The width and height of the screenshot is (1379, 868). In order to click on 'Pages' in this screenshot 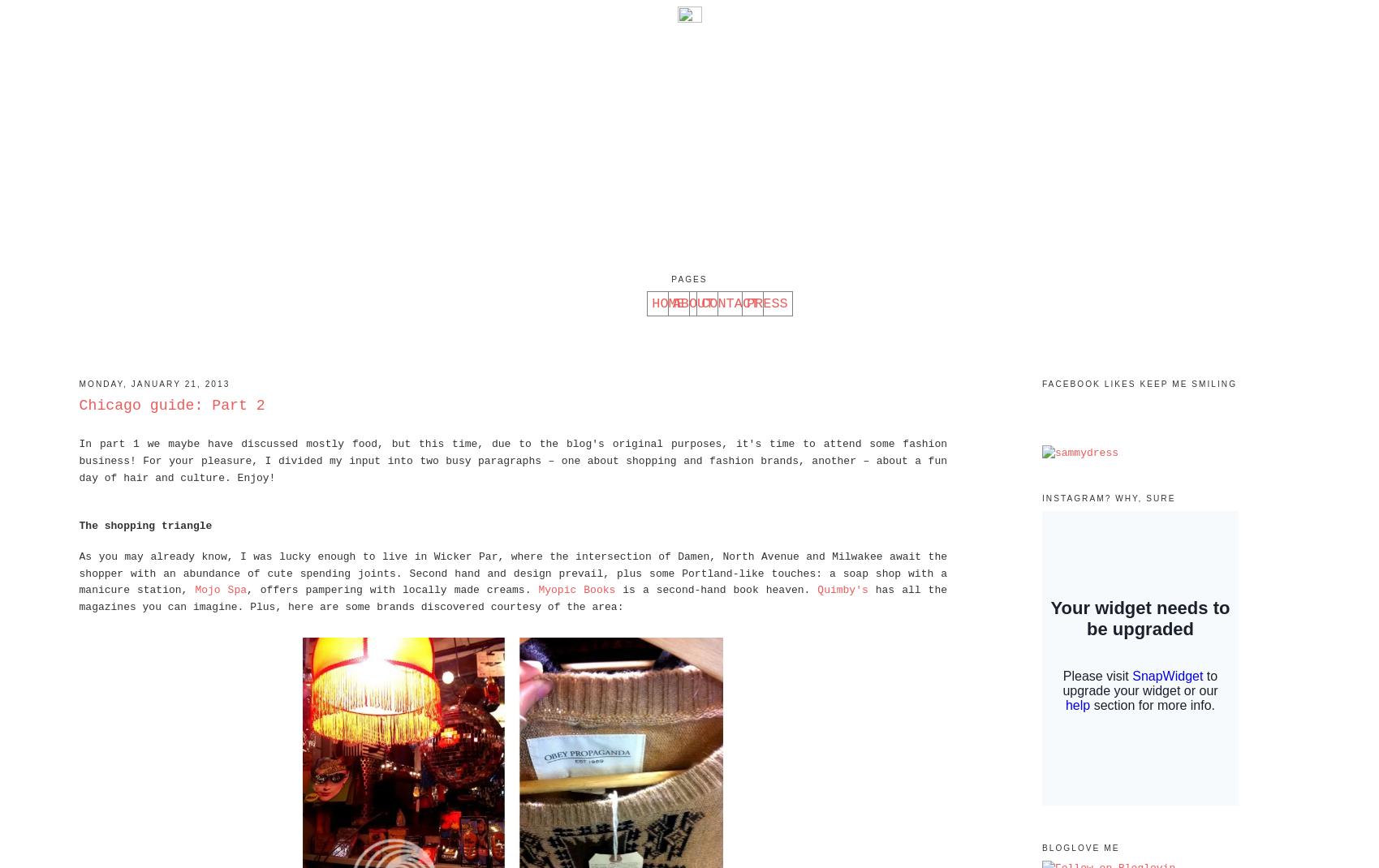, I will do `click(688, 279)`.